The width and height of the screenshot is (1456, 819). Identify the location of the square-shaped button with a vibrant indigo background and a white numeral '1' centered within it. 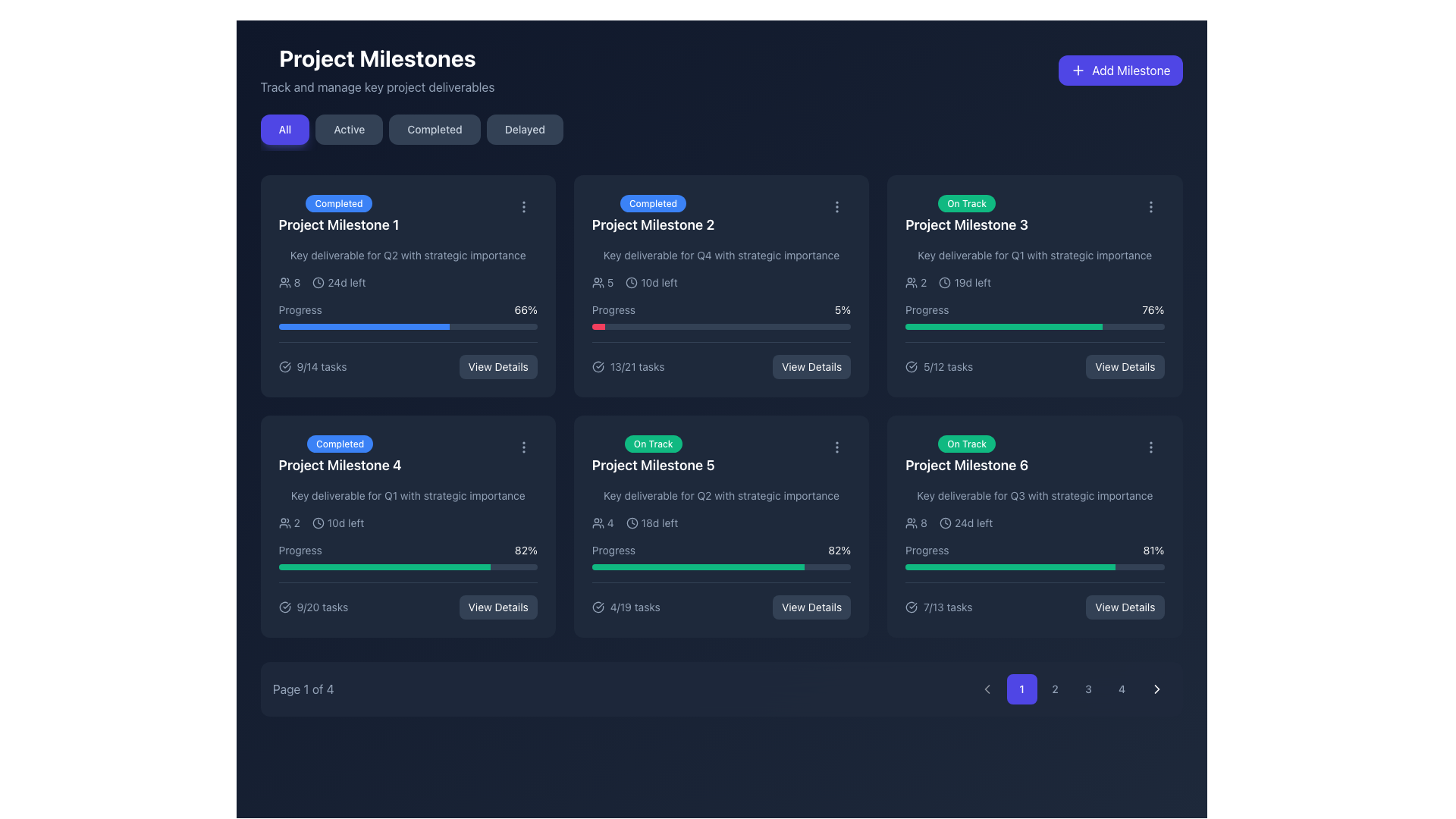
(1021, 689).